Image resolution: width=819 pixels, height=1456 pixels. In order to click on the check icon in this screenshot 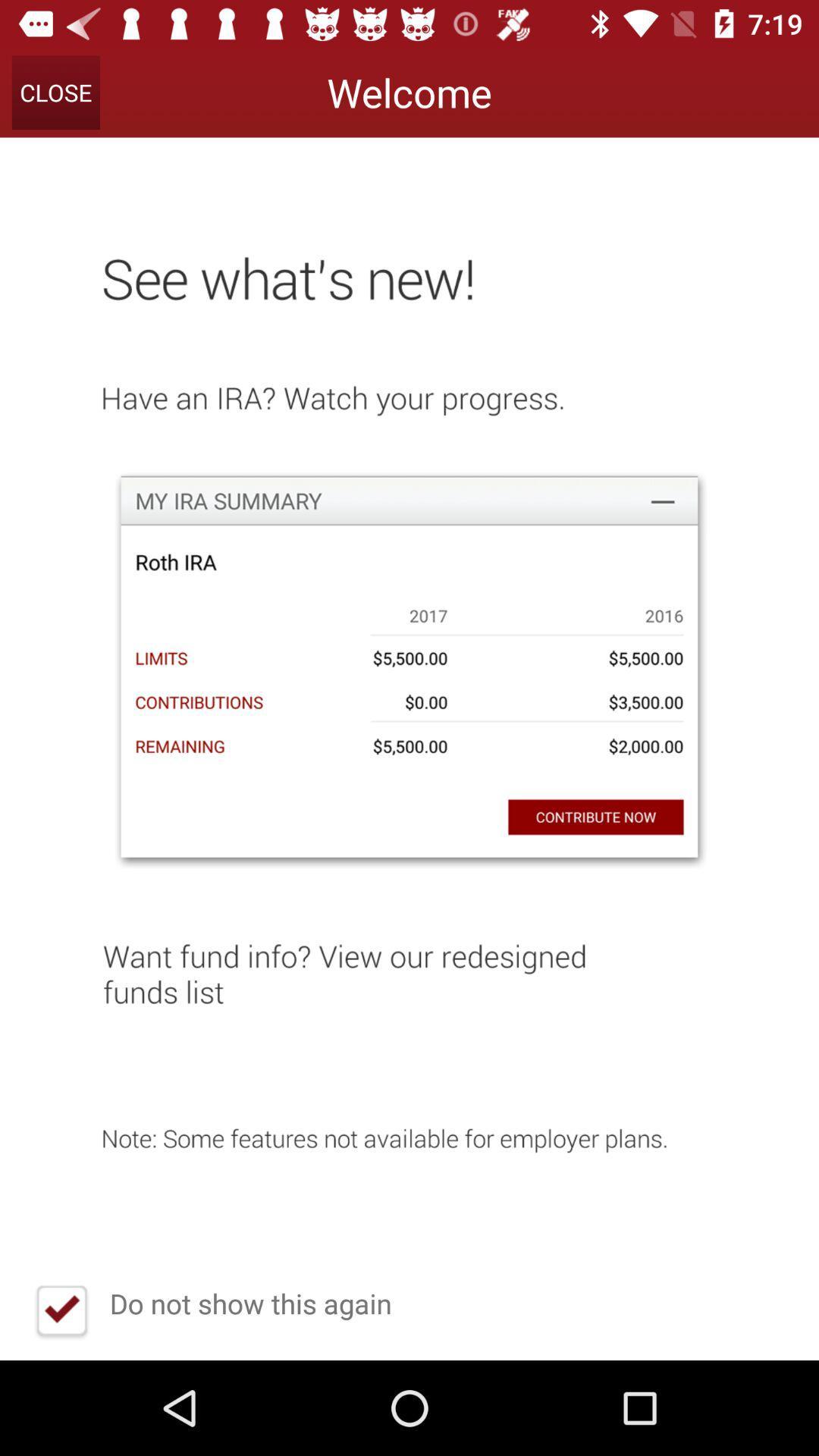, I will do `click(61, 1312)`.